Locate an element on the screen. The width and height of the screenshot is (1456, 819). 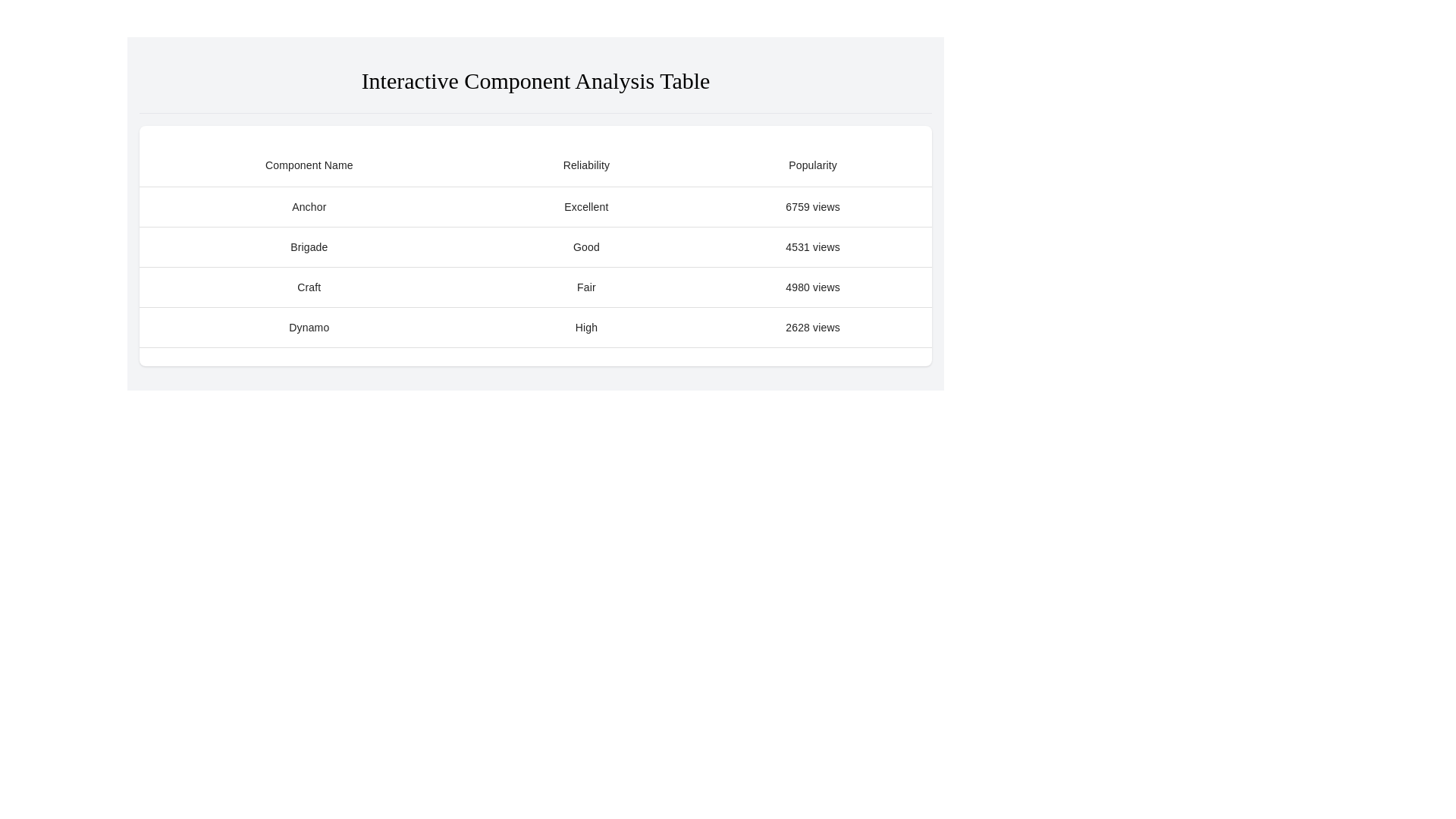
the Text Element that displays the reliability rating of the 'Anchor' item, located in the second column of the first data row of the table, directly below the 'Reliability' header is located at coordinates (585, 207).